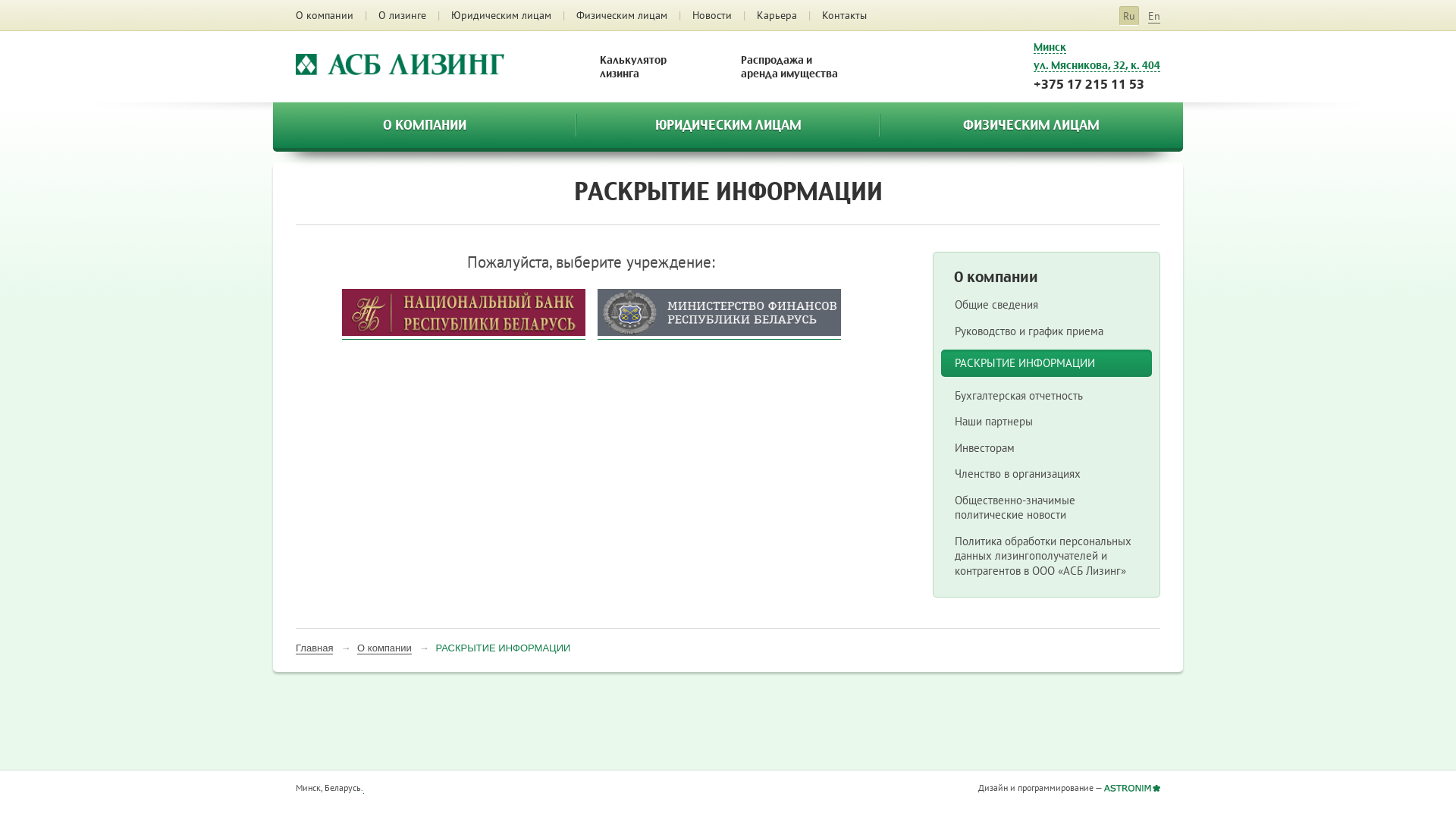 This screenshot has height=819, width=1456. What do you see at coordinates (1119, 15) in the screenshot?
I see `'Ru'` at bounding box center [1119, 15].